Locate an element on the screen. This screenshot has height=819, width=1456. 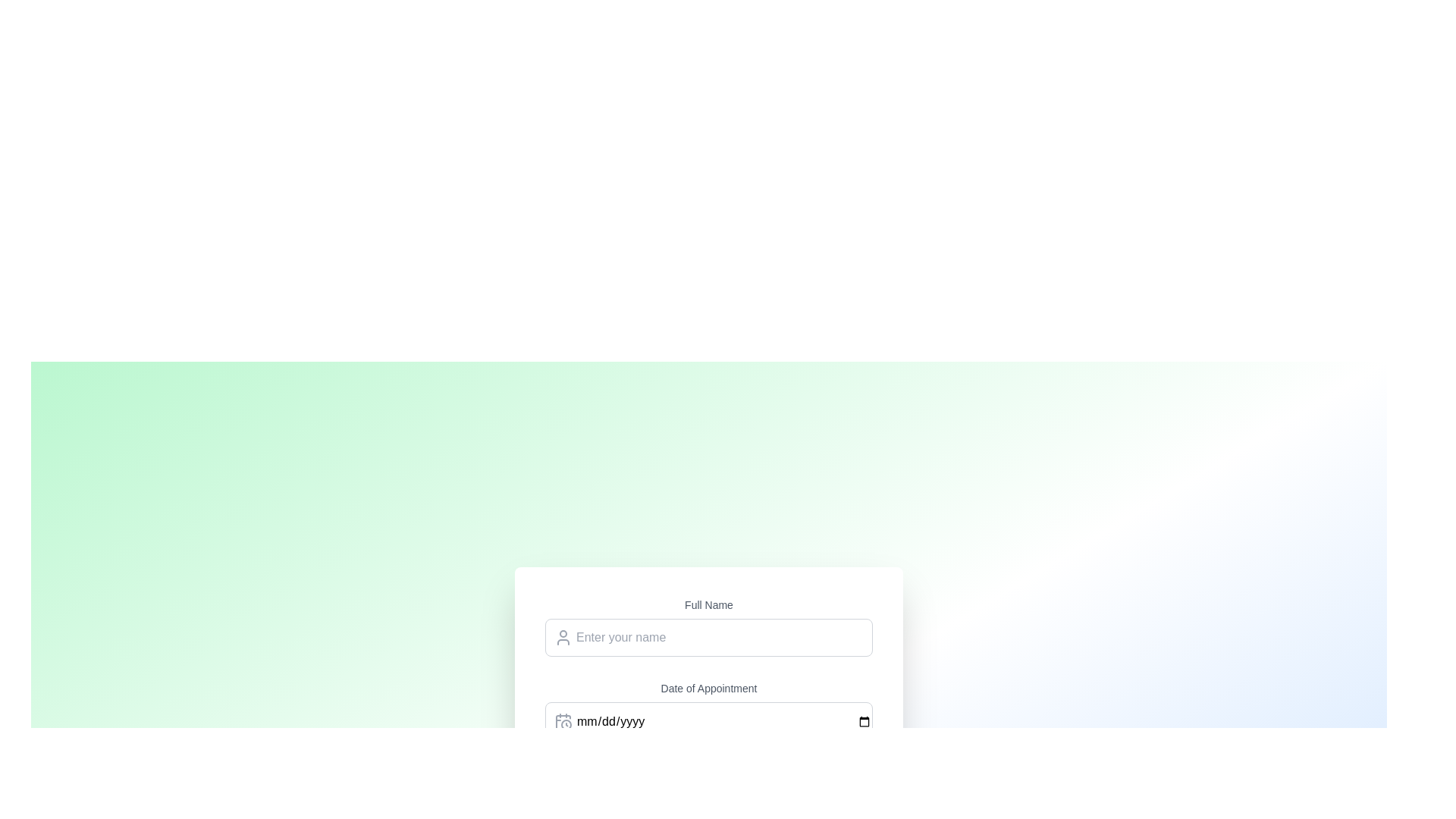
the 'Full Name' label, which is a small, gray, medium-weight text label positioned at the top of a form field is located at coordinates (708, 604).